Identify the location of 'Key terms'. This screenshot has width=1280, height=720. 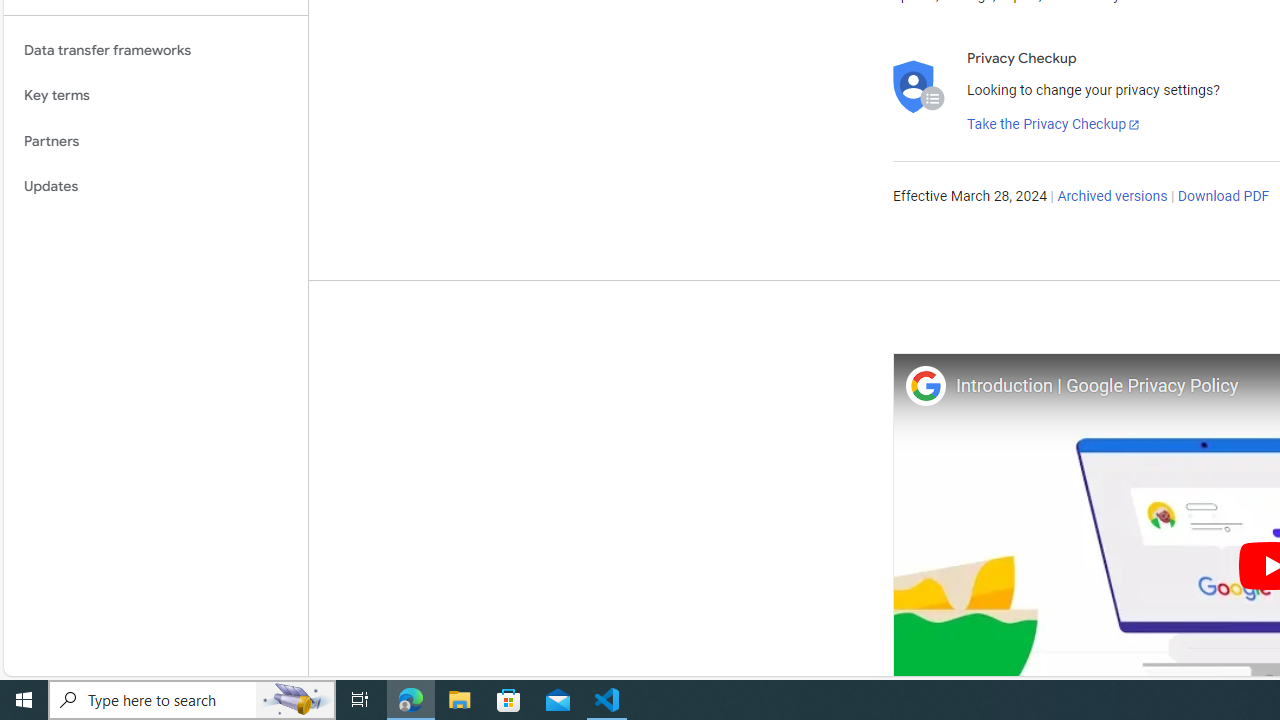
(155, 95).